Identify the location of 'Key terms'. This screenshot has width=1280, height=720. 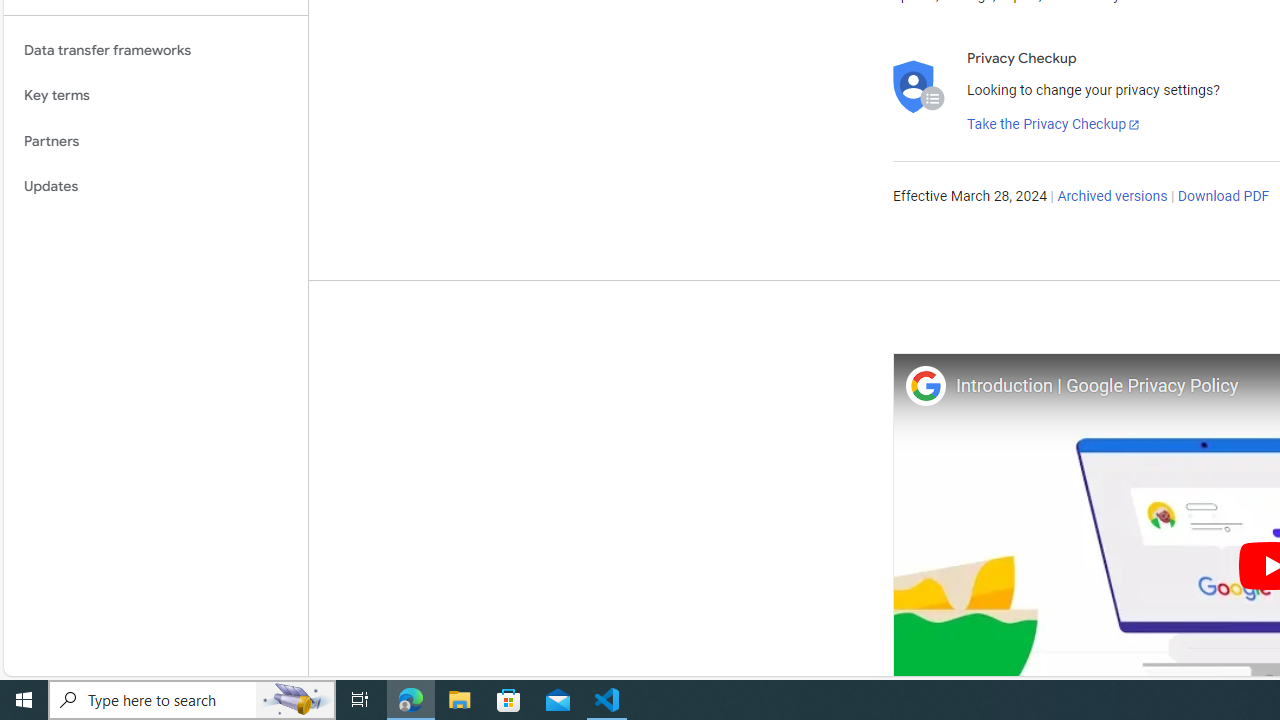
(155, 95).